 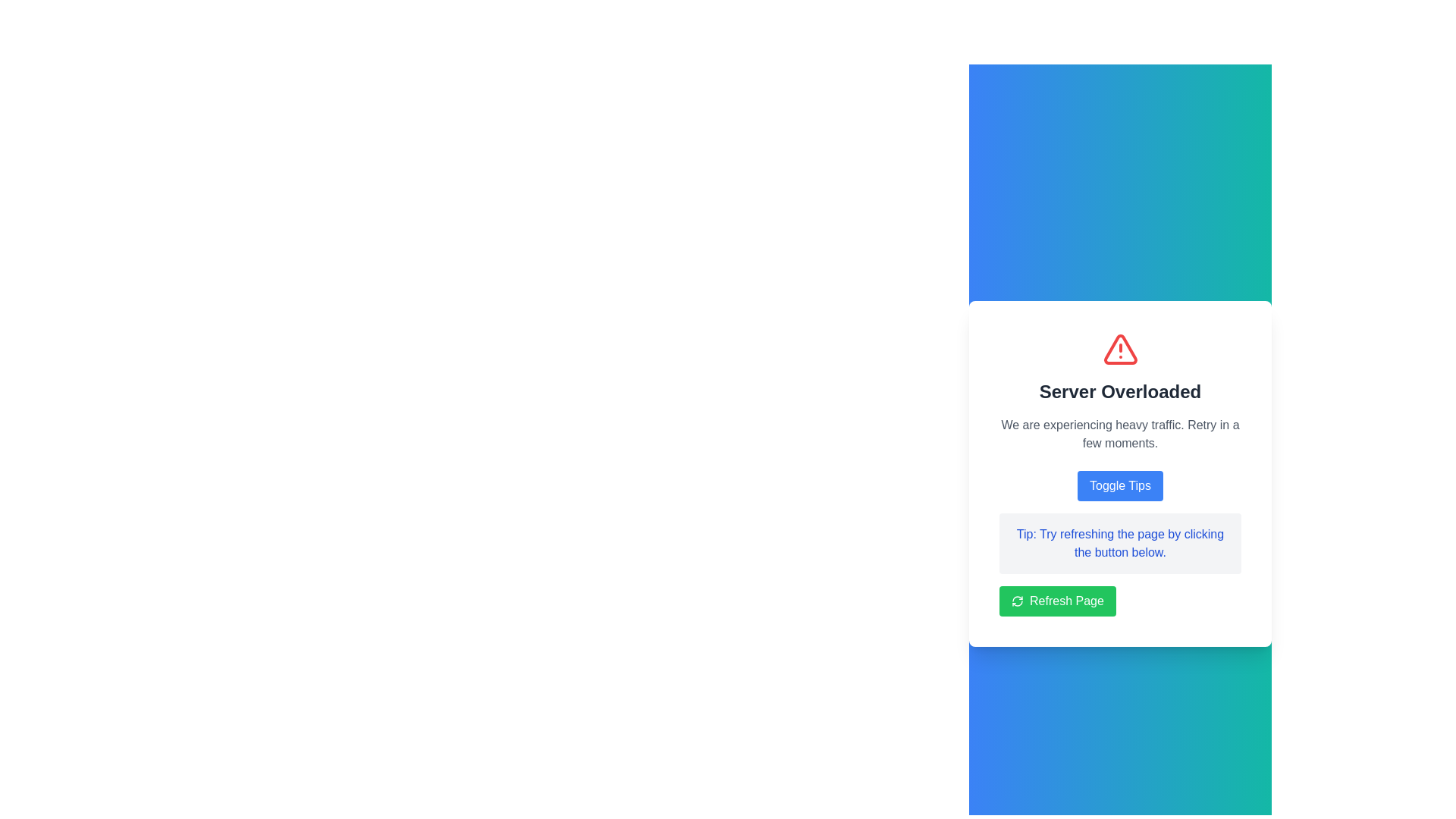 I want to click on the static text block displaying the message 'We are experiencing heavy traffic. Retry in a few moments.' which is styled with grey text and positioned centrally below the title 'Server Overloaded' and above the button labeled 'Toggle Tips', so click(x=1120, y=435).